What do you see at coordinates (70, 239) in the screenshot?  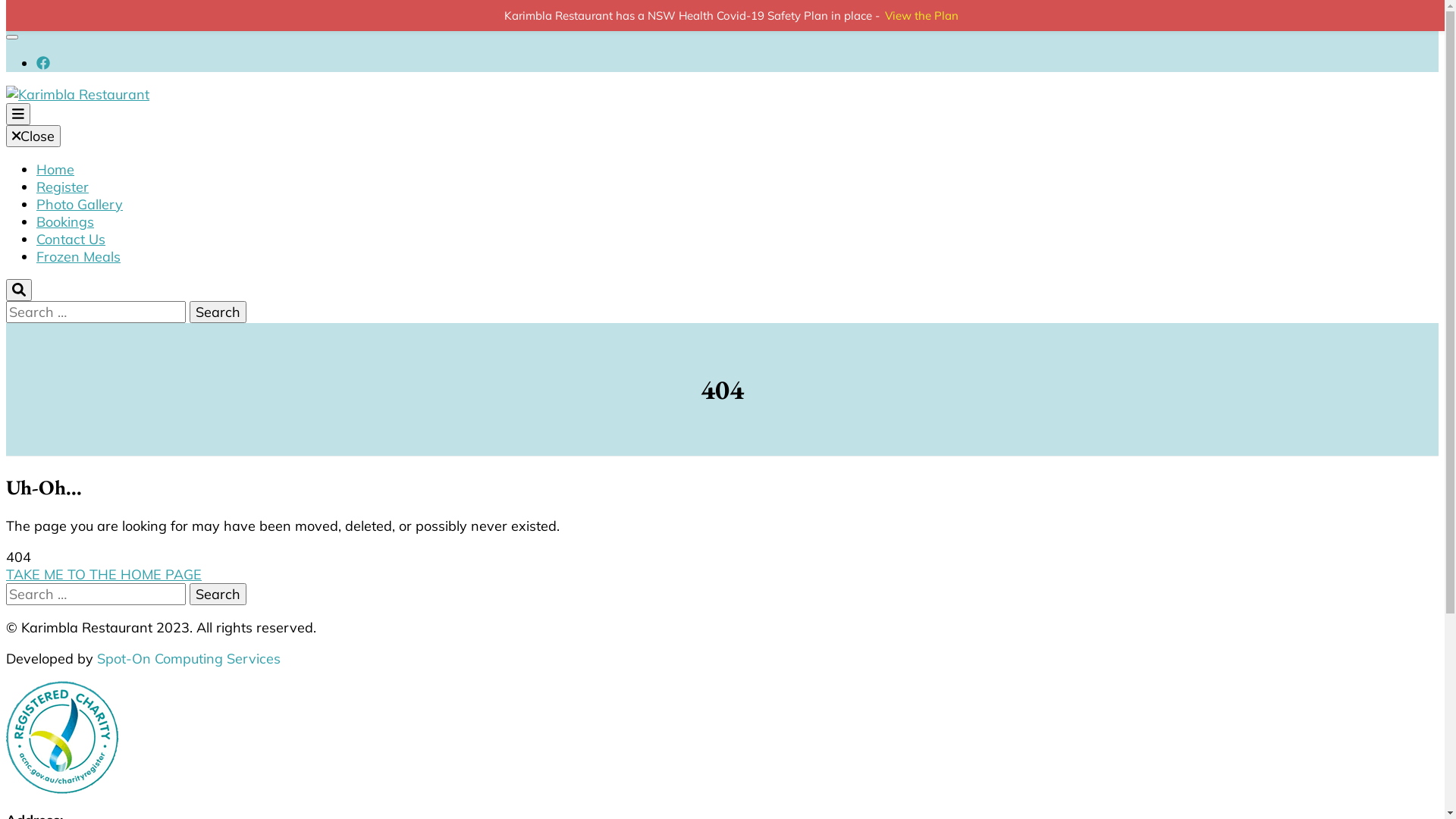 I see `'Contact Us'` at bounding box center [70, 239].